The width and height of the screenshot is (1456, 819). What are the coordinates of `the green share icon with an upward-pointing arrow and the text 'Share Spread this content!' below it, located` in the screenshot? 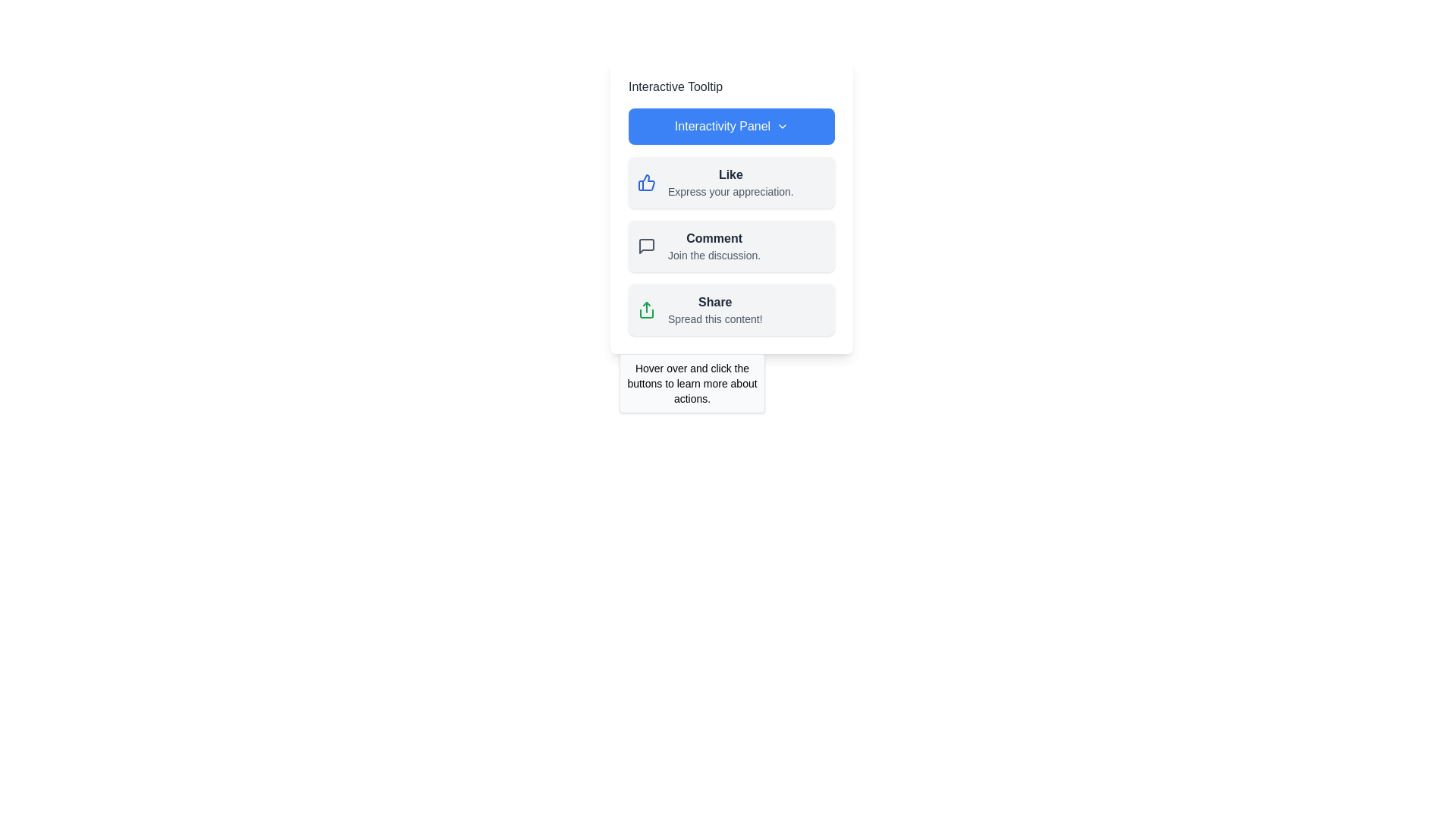 It's located at (647, 309).